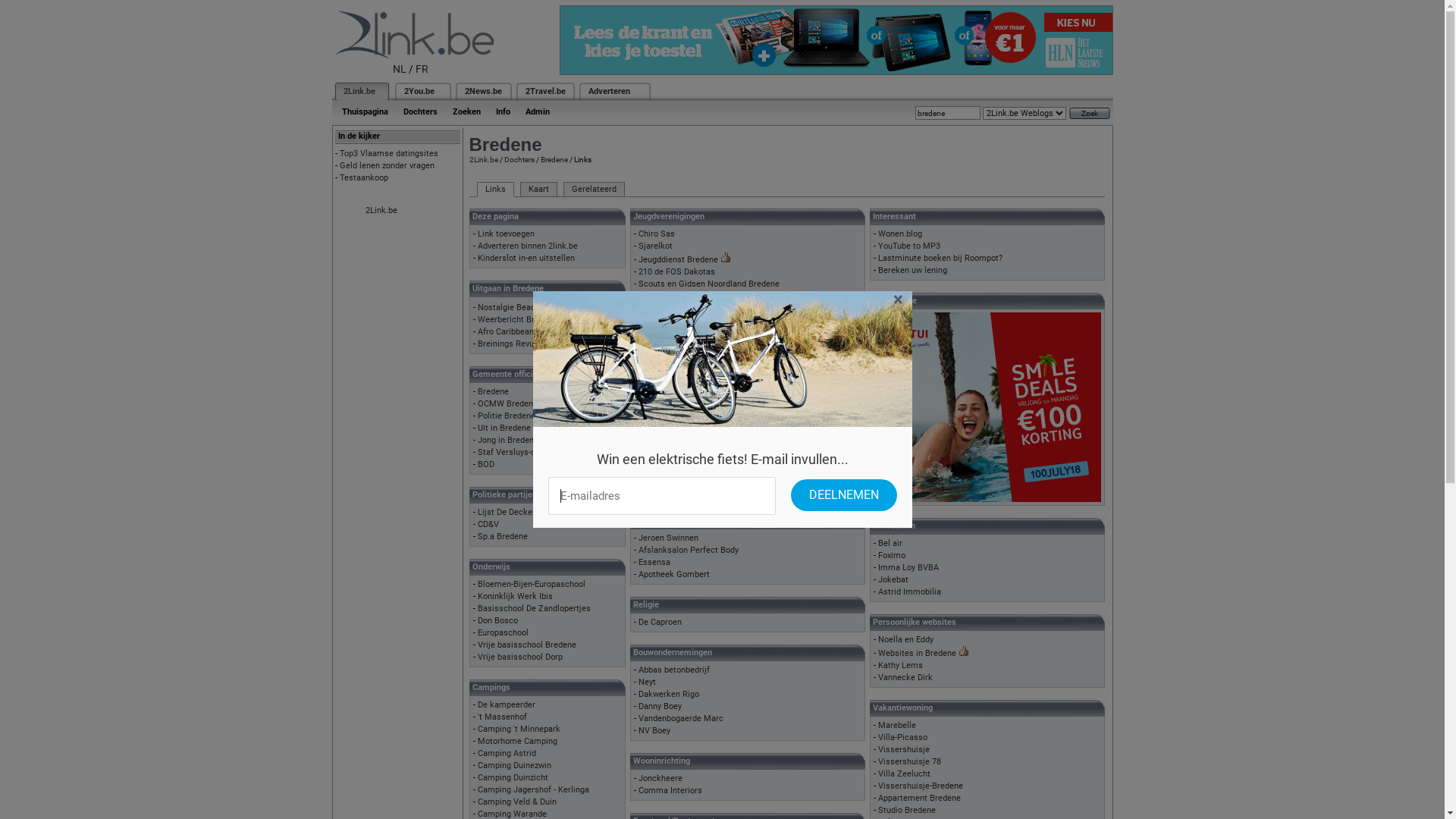  What do you see at coordinates (465, 111) in the screenshot?
I see `'Zoeken'` at bounding box center [465, 111].